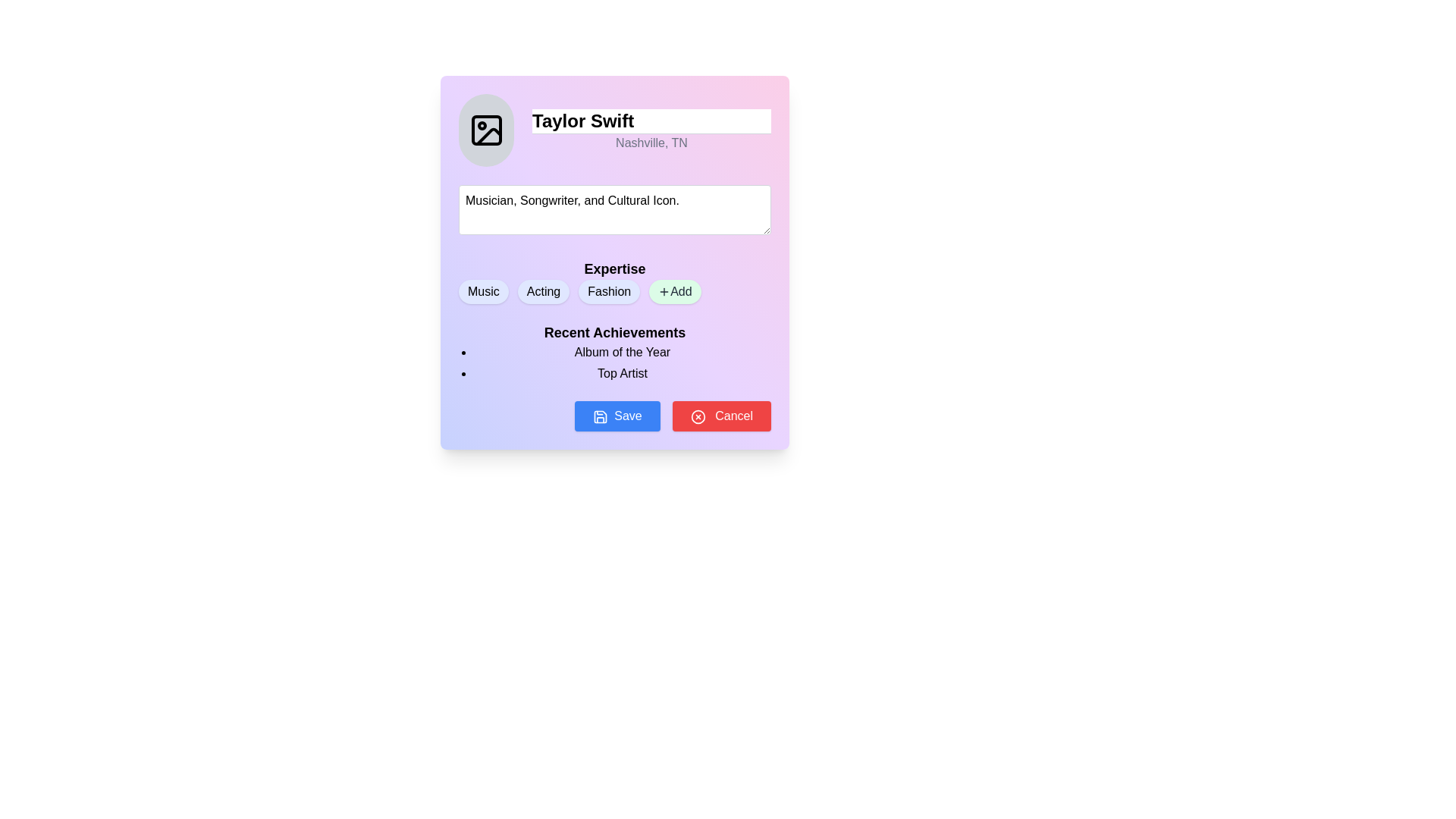 This screenshot has width=1456, height=819. I want to click on the plus sign icon within the 'Add' button, located on the rightmost side of the expertise options row, to initiate an adding action, so click(664, 292).